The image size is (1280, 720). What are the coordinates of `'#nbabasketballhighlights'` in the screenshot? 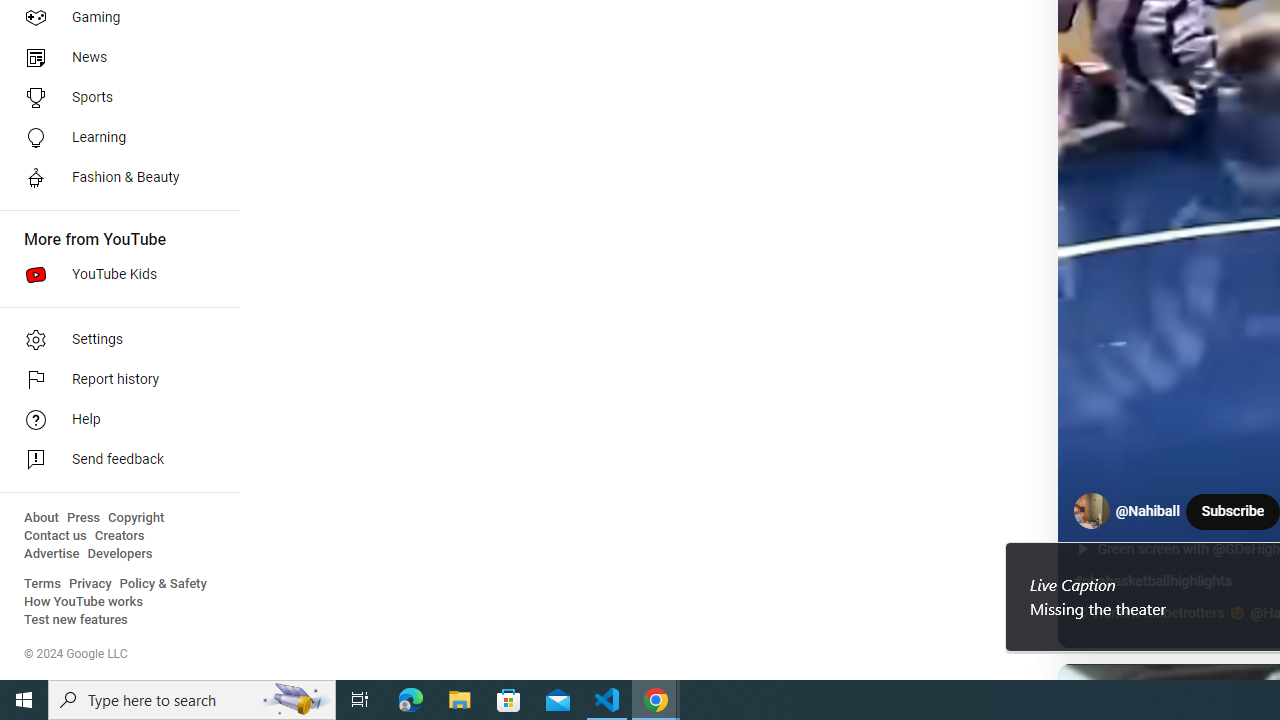 It's located at (1152, 581).